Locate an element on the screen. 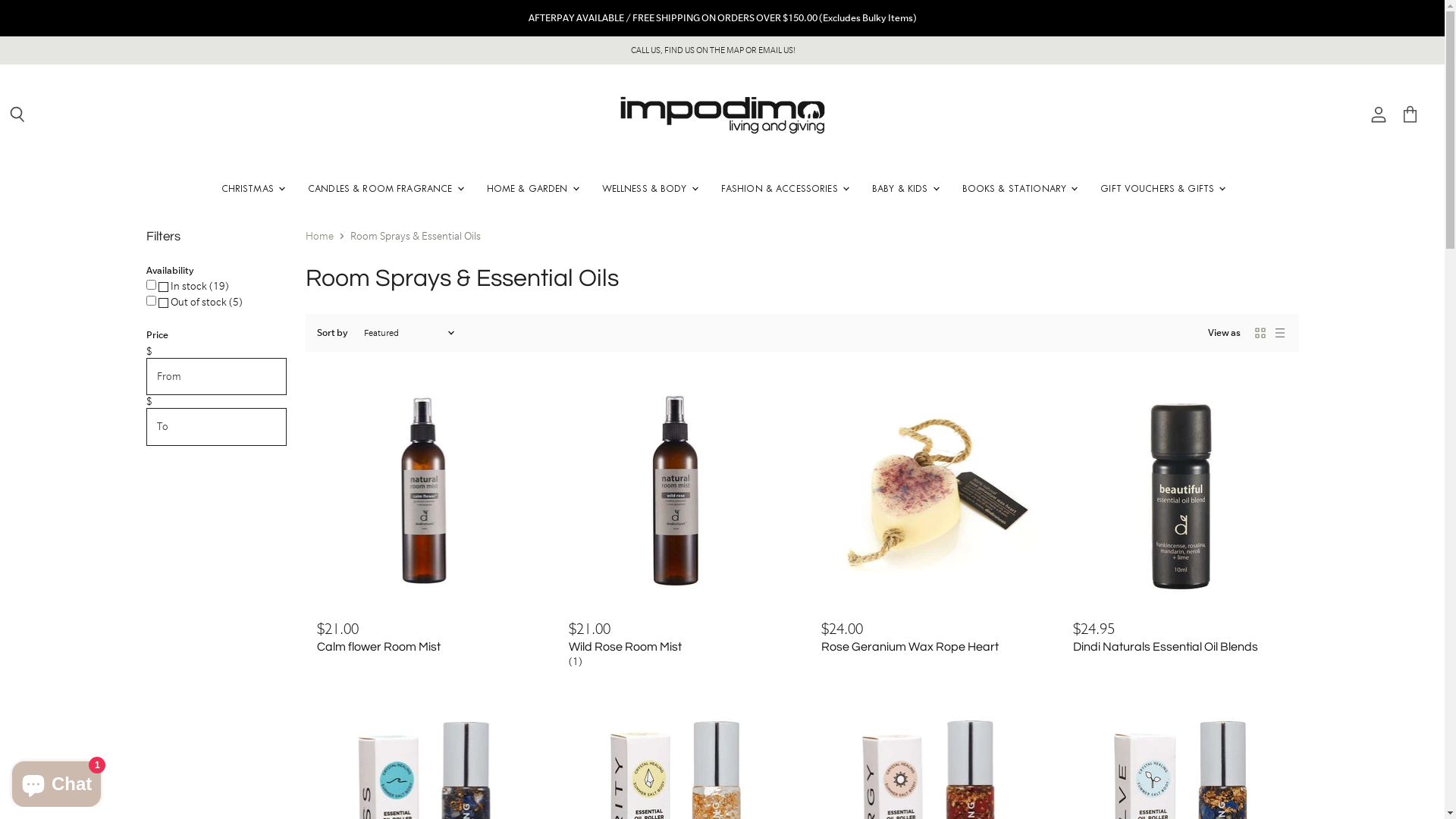 This screenshot has width=1456, height=819. 'Shopify online store chat' is located at coordinates (56, 780).